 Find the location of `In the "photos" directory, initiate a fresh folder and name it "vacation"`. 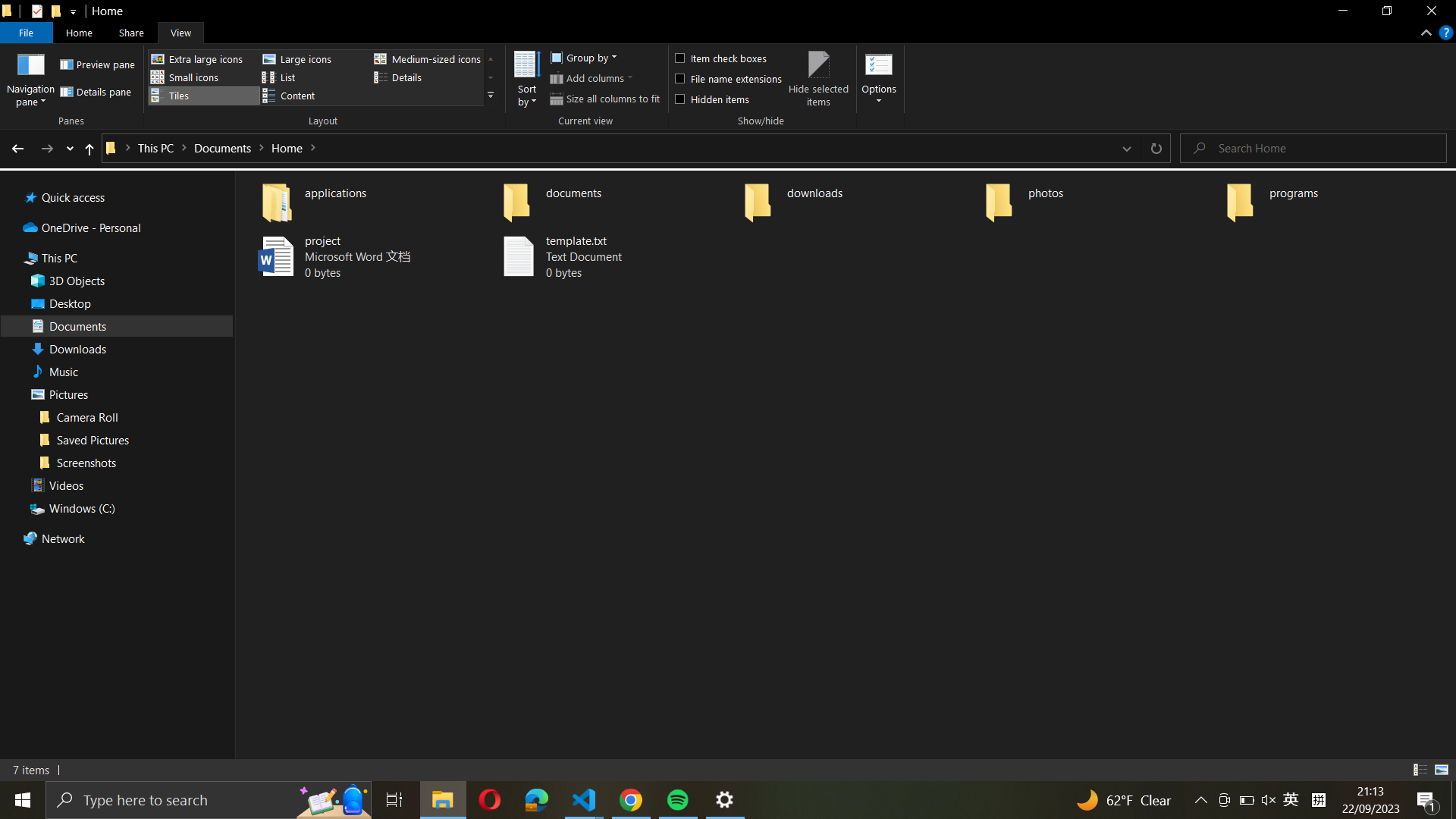

In the "photos" directory, initiate a fresh folder and name it "vacation" is located at coordinates (1099, 198).